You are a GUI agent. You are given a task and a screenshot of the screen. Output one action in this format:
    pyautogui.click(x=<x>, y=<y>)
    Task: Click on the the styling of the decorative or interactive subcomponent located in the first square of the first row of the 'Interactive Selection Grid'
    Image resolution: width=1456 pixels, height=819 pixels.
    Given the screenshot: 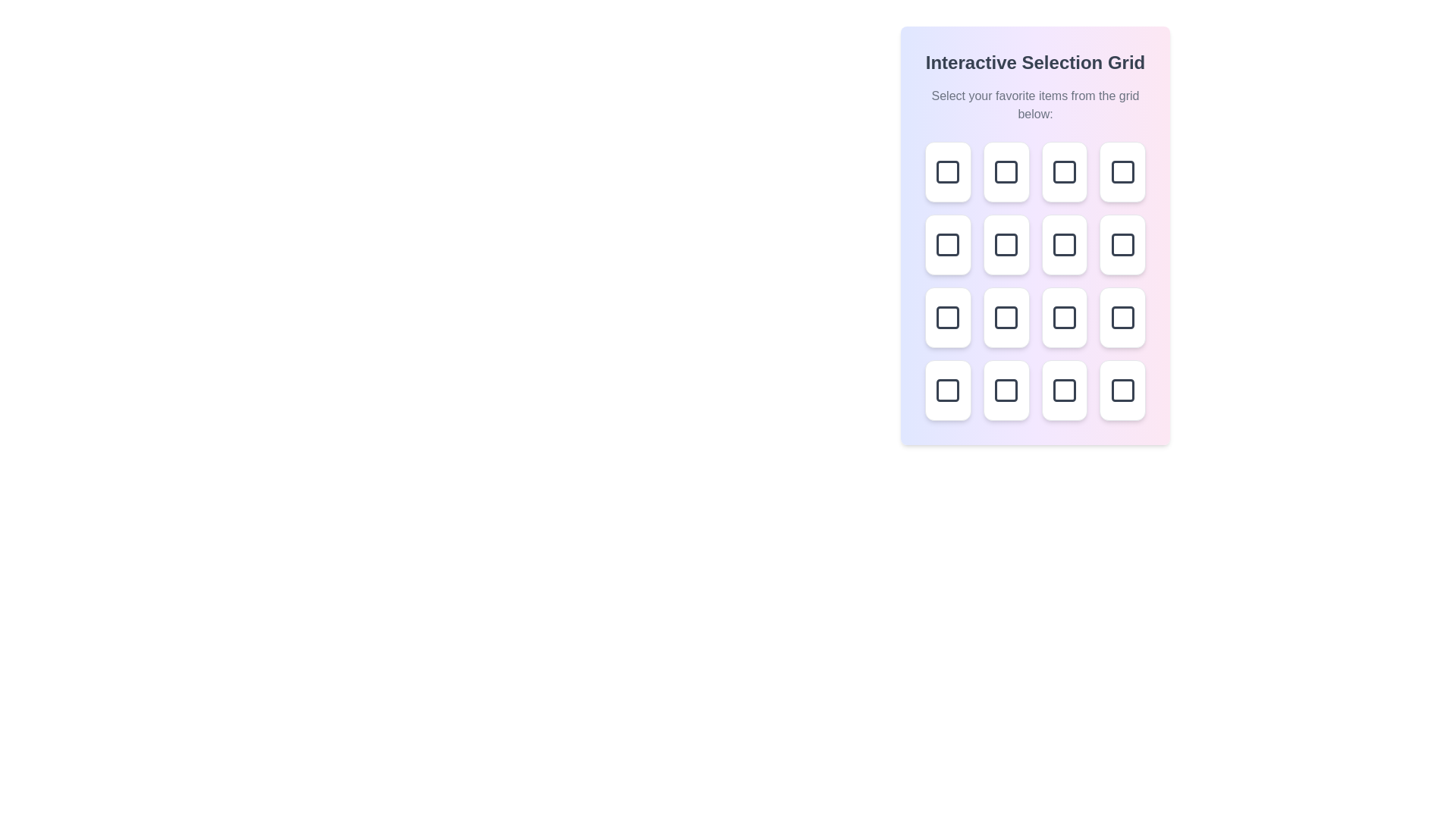 What is the action you would take?
    pyautogui.click(x=946, y=171)
    